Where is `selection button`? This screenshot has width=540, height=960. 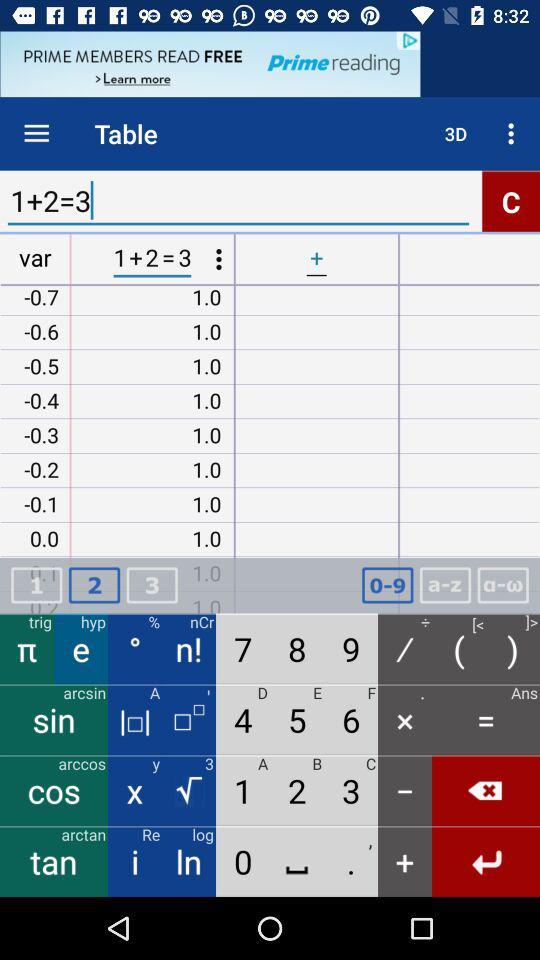
selection button is located at coordinates (502, 585).